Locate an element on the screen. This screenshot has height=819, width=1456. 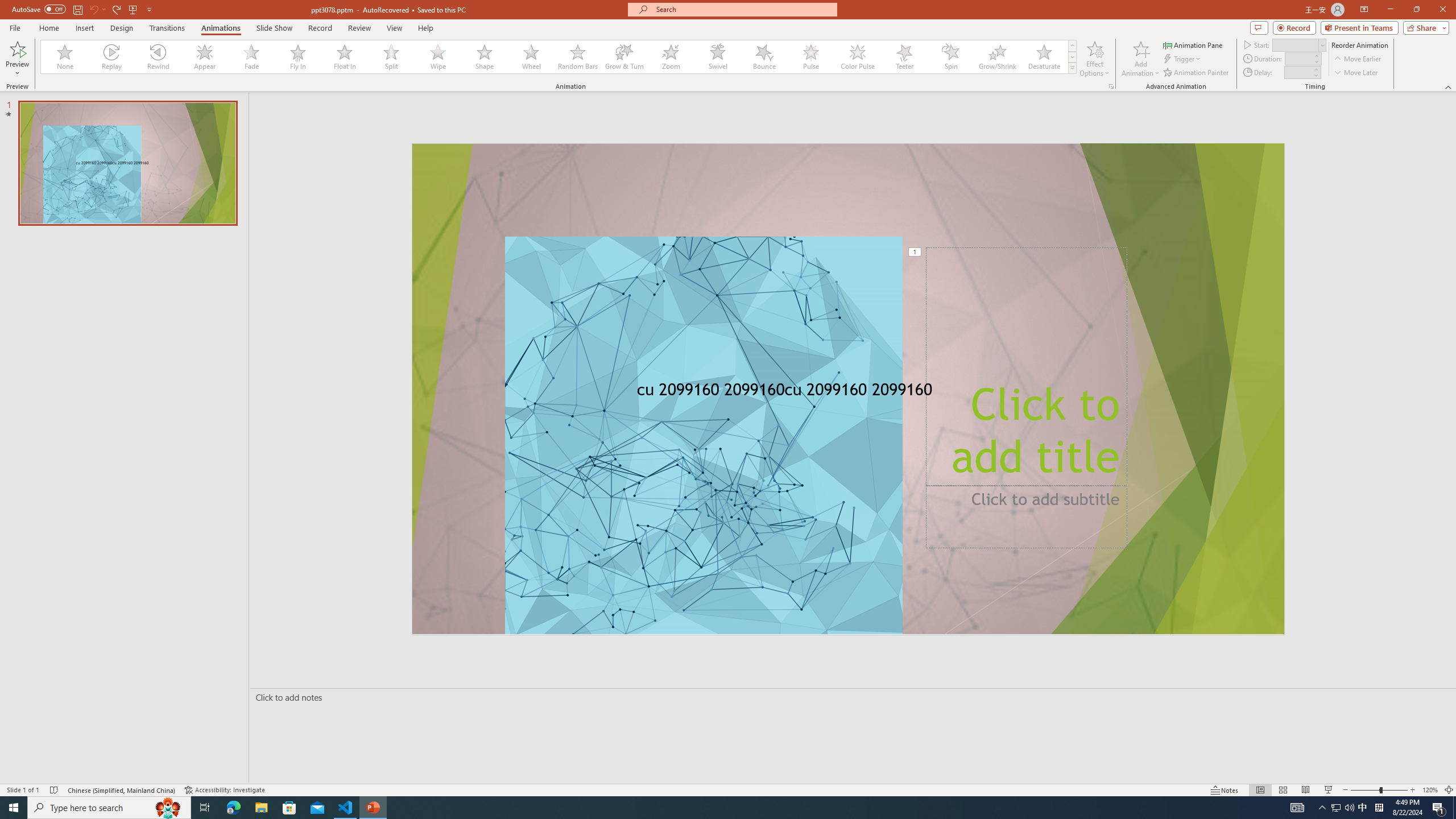
'Replay' is located at coordinates (111, 56).